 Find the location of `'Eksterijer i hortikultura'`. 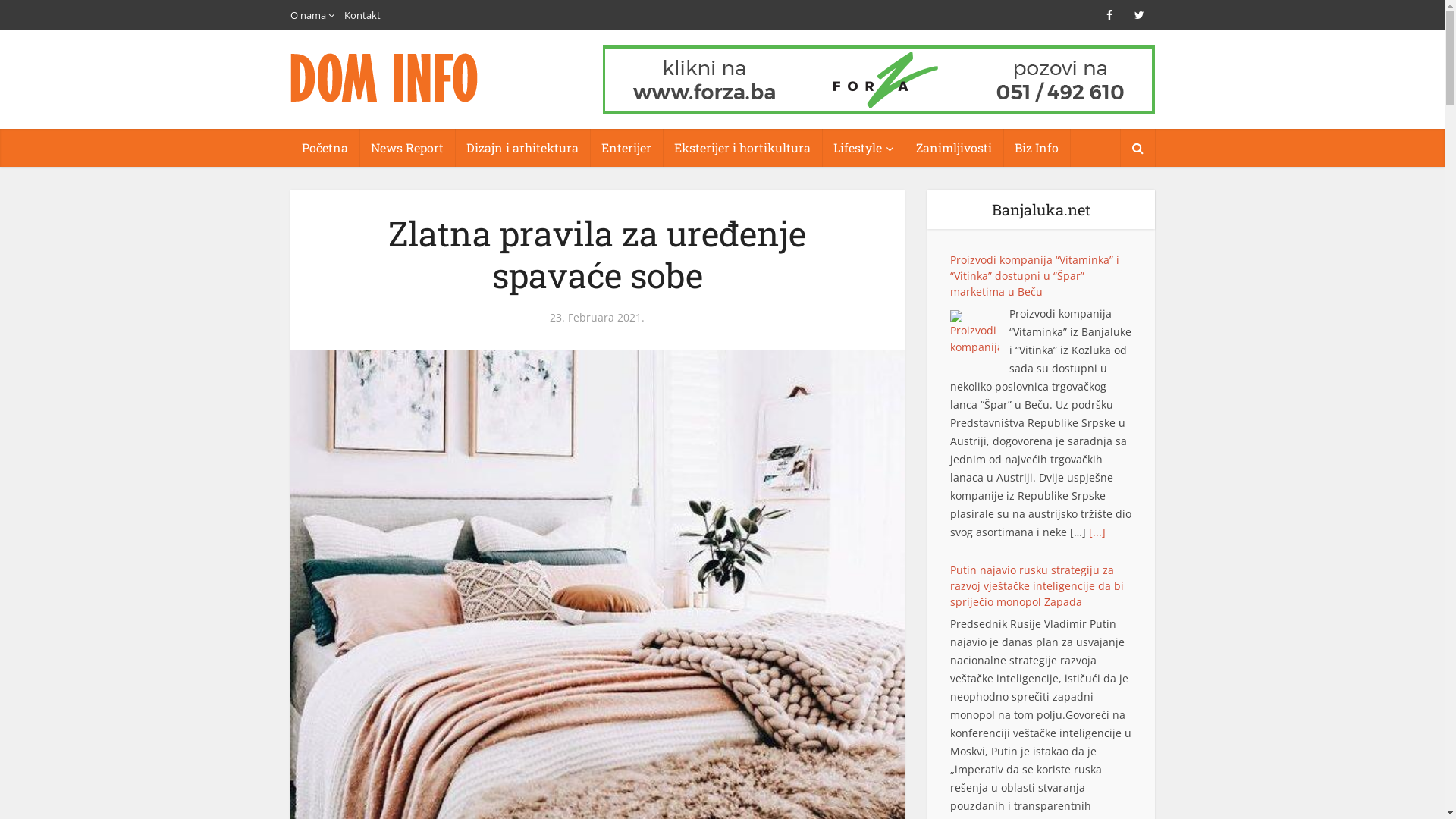

'Eksterijer i hortikultura' is located at coordinates (742, 148).